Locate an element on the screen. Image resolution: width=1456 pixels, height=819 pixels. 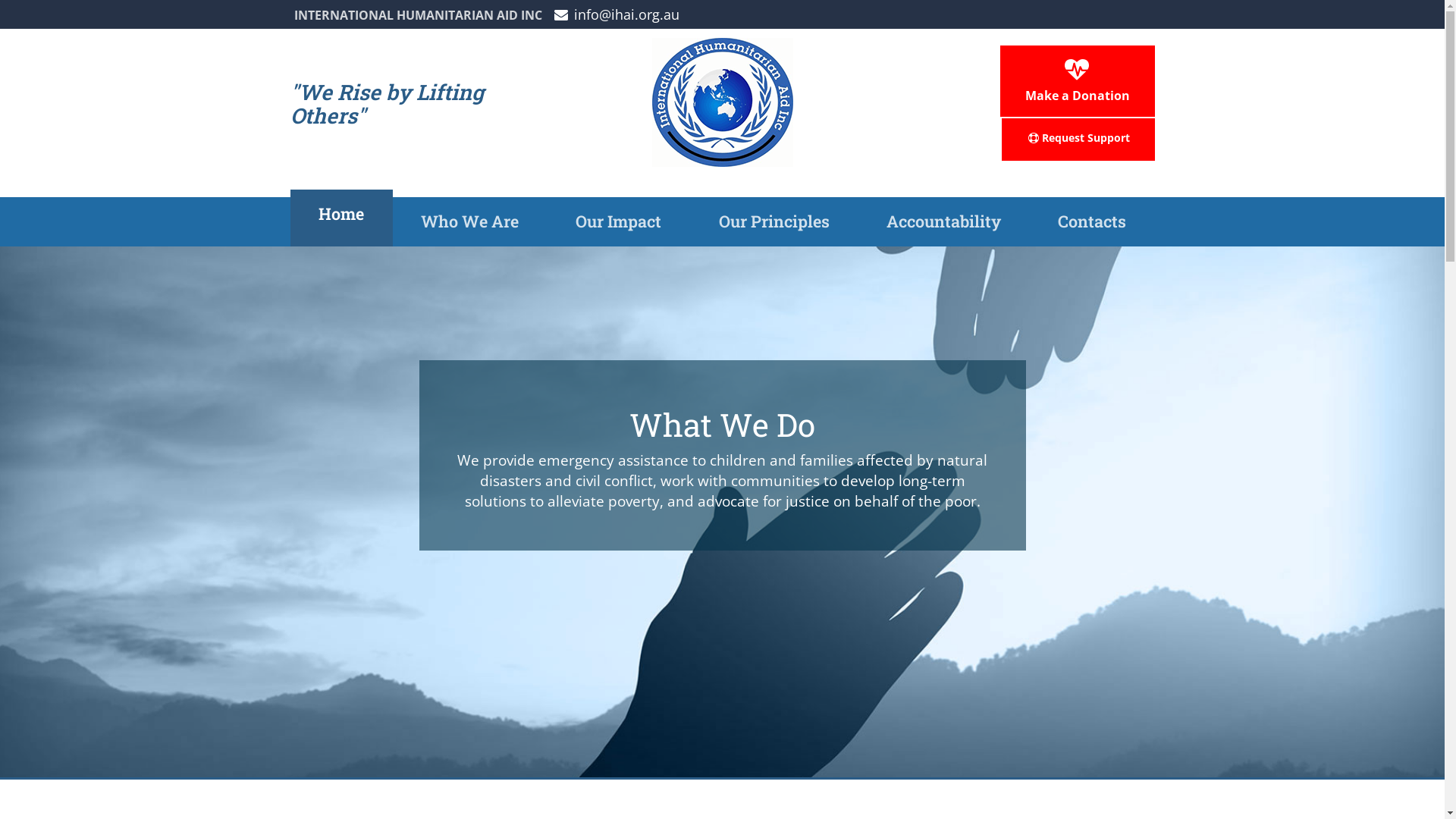
'Home' is located at coordinates (128, 90).